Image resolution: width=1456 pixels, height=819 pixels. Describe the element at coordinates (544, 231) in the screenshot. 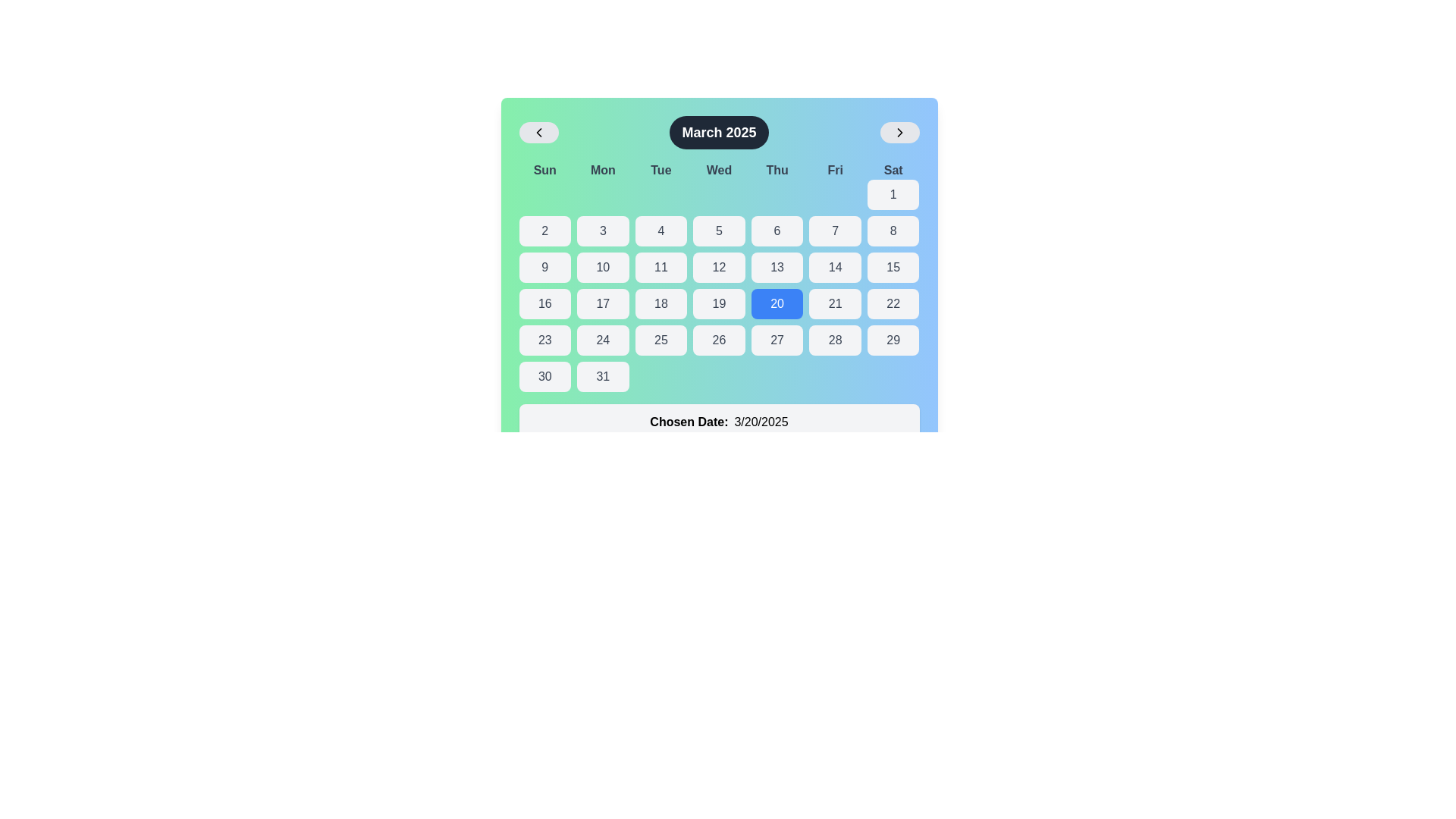

I see `the rounded rectangular button with a light gray background and dark gray text displaying the number '2', which is the second button in the second row of the grid` at that location.